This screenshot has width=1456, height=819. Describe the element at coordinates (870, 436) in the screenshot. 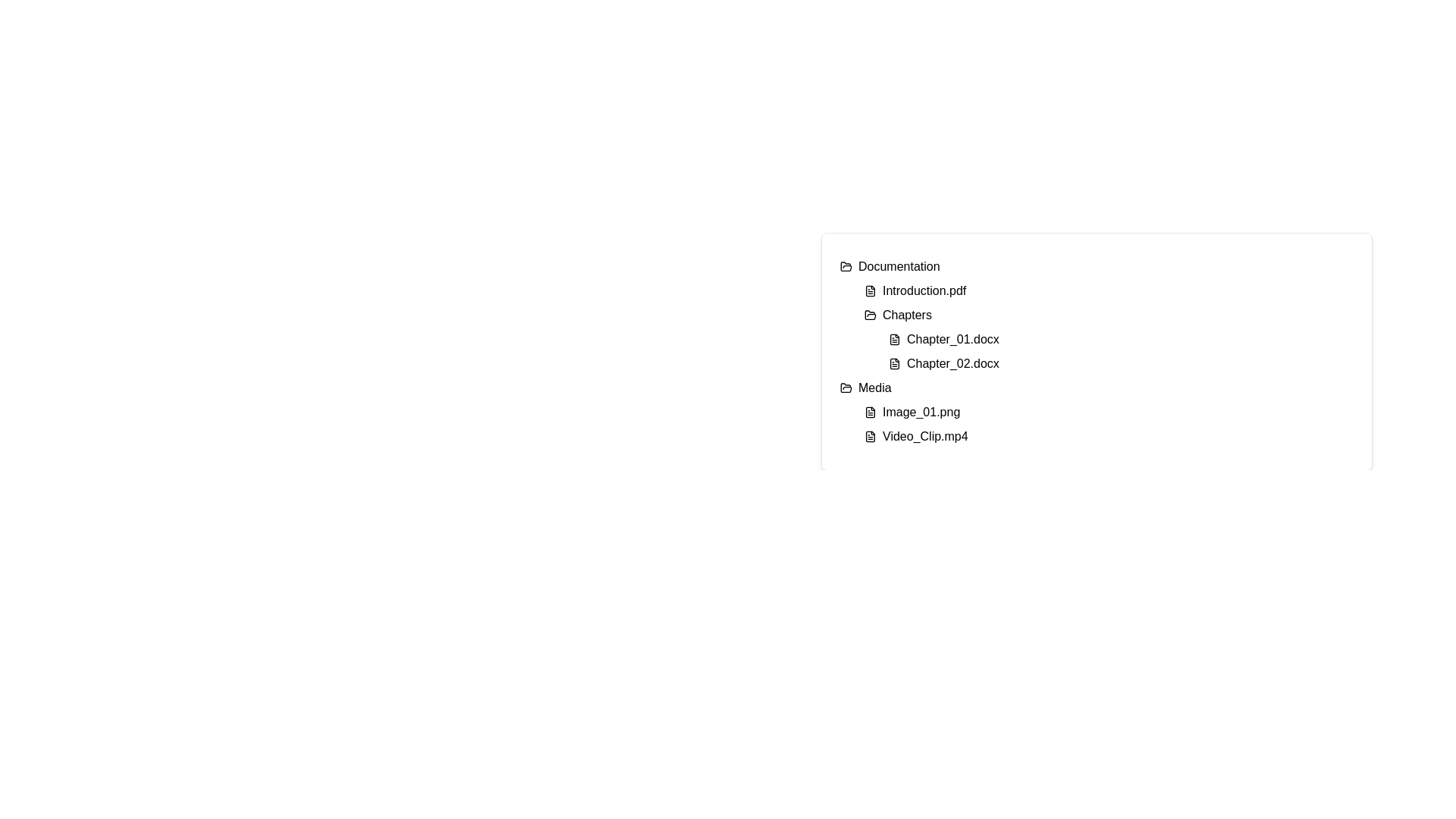

I see `the document icon represented by a rectangular vector graphic with a folded top corner, located in the right panel of the file structure view` at that location.